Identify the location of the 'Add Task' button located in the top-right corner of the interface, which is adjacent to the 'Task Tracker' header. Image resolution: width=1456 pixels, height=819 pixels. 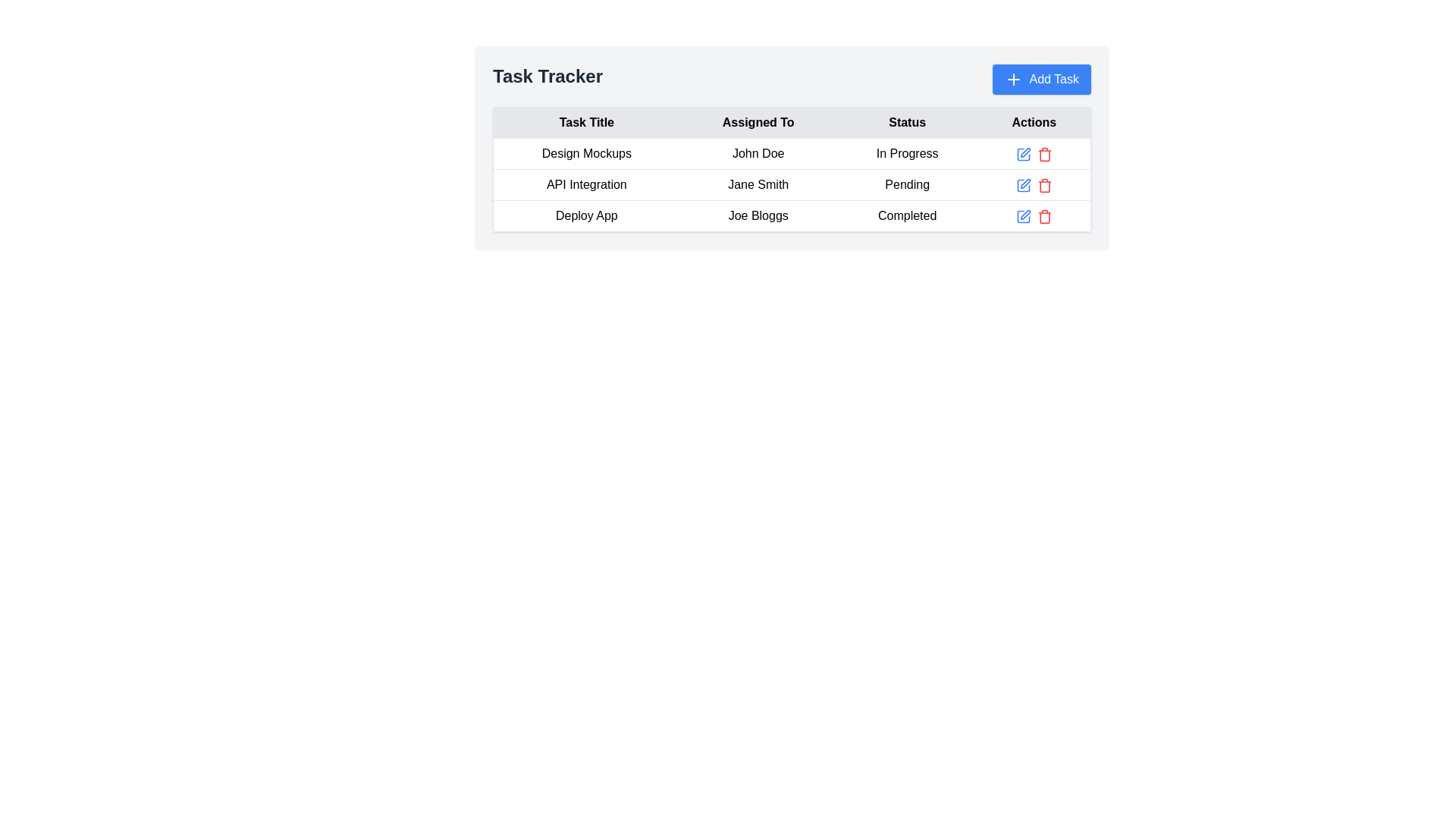
(1040, 79).